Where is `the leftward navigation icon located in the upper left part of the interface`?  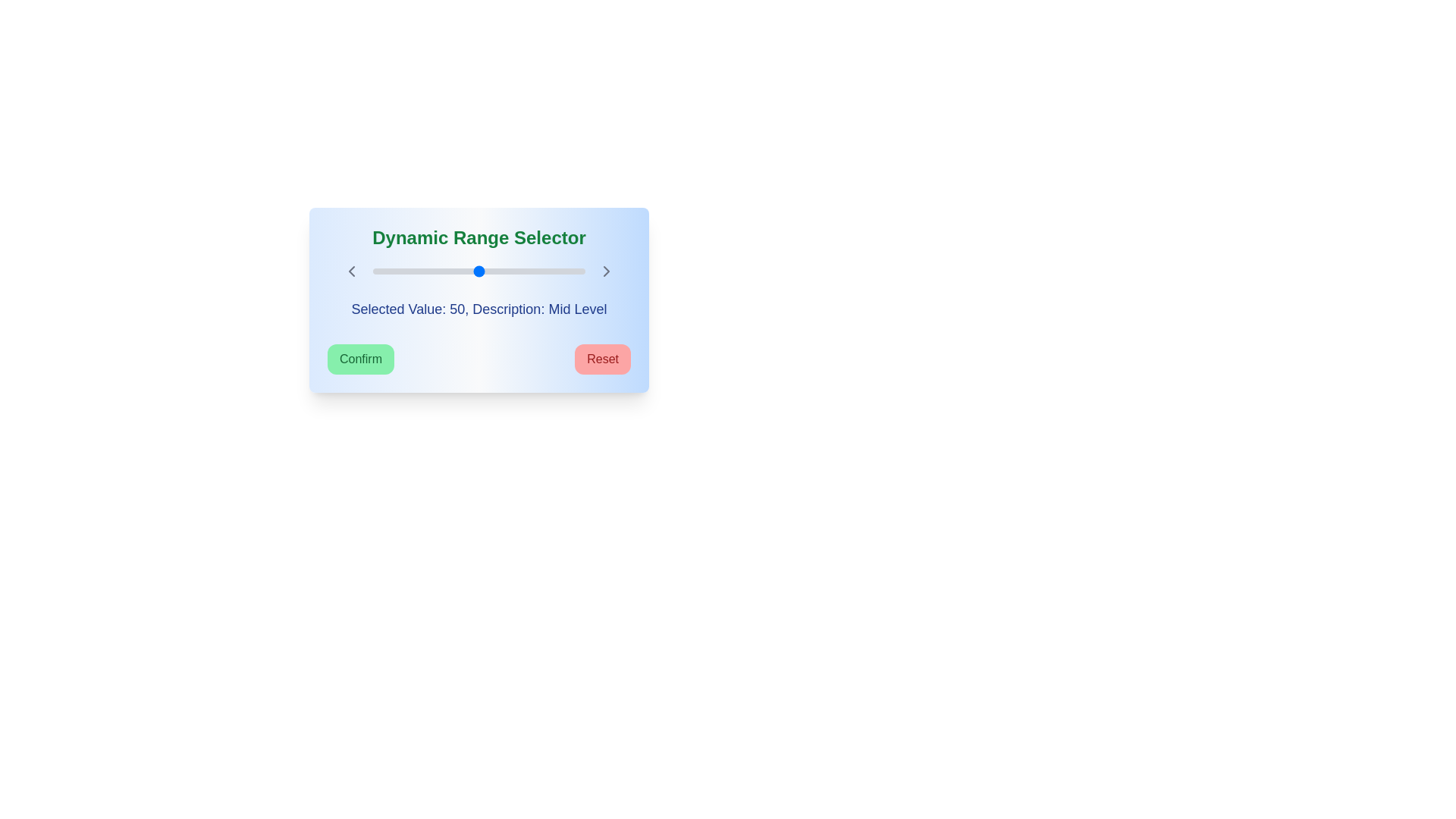 the leftward navigation icon located in the upper left part of the interface is located at coordinates (351, 271).